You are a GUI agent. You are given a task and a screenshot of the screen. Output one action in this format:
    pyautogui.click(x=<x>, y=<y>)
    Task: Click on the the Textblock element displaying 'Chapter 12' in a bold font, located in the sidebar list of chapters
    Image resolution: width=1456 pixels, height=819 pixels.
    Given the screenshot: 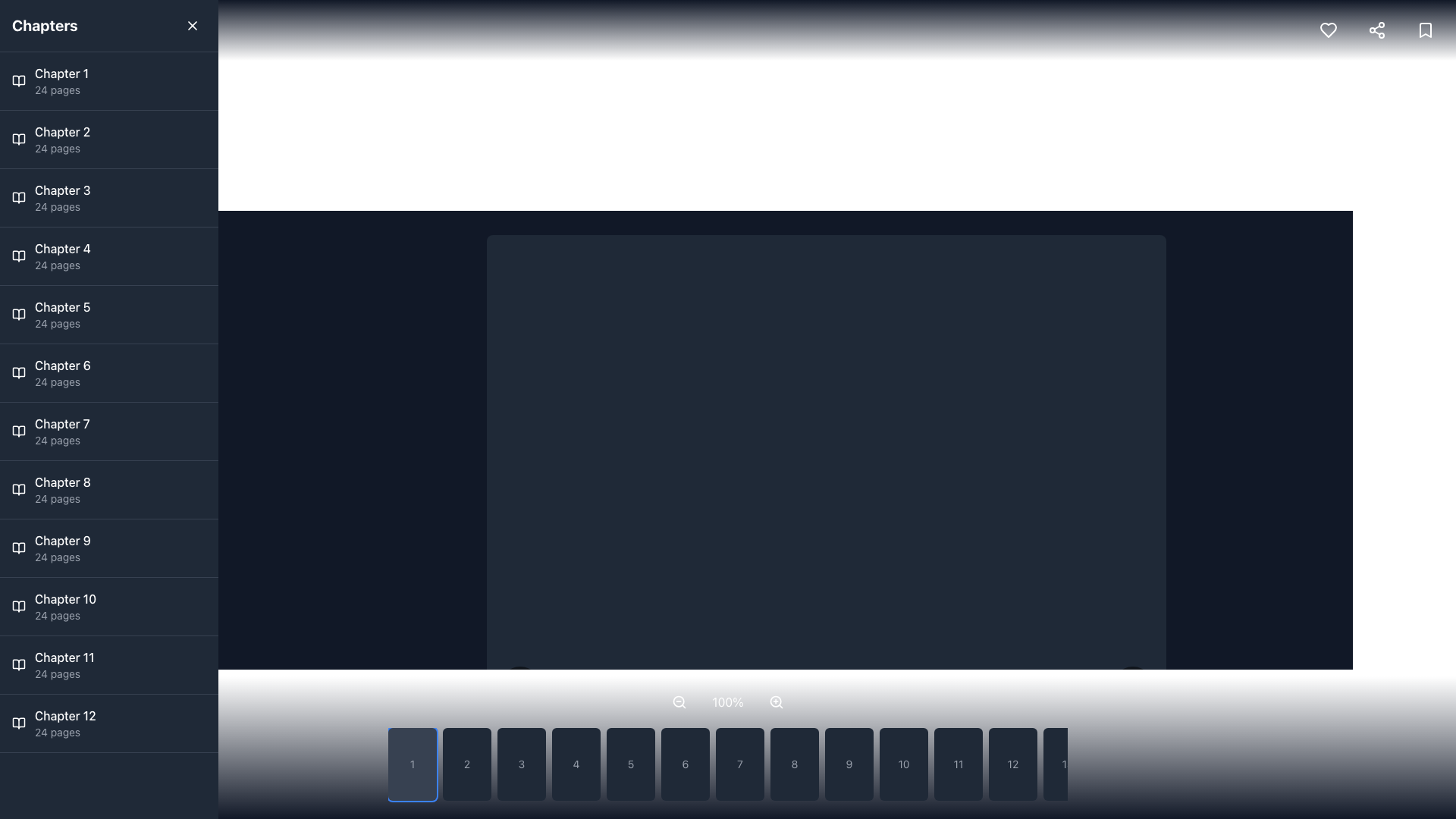 What is the action you would take?
    pyautogui.click(x=64, y=722)
    